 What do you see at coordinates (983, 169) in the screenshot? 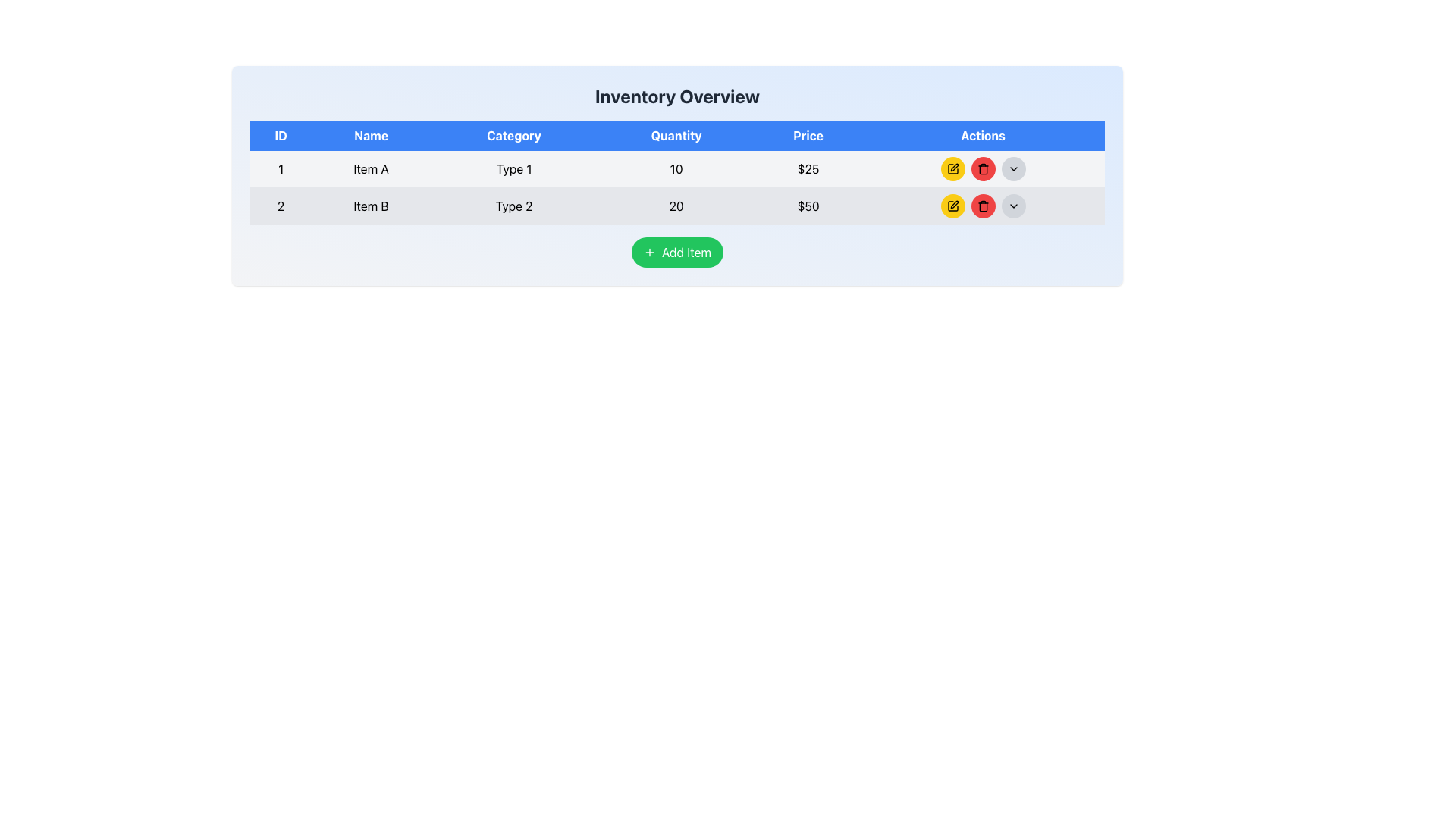
I see `the delete button located in the Actions column of the first table row, positioned between an edit icon button and a downward chevron icon` at bounding box center [983, 169].